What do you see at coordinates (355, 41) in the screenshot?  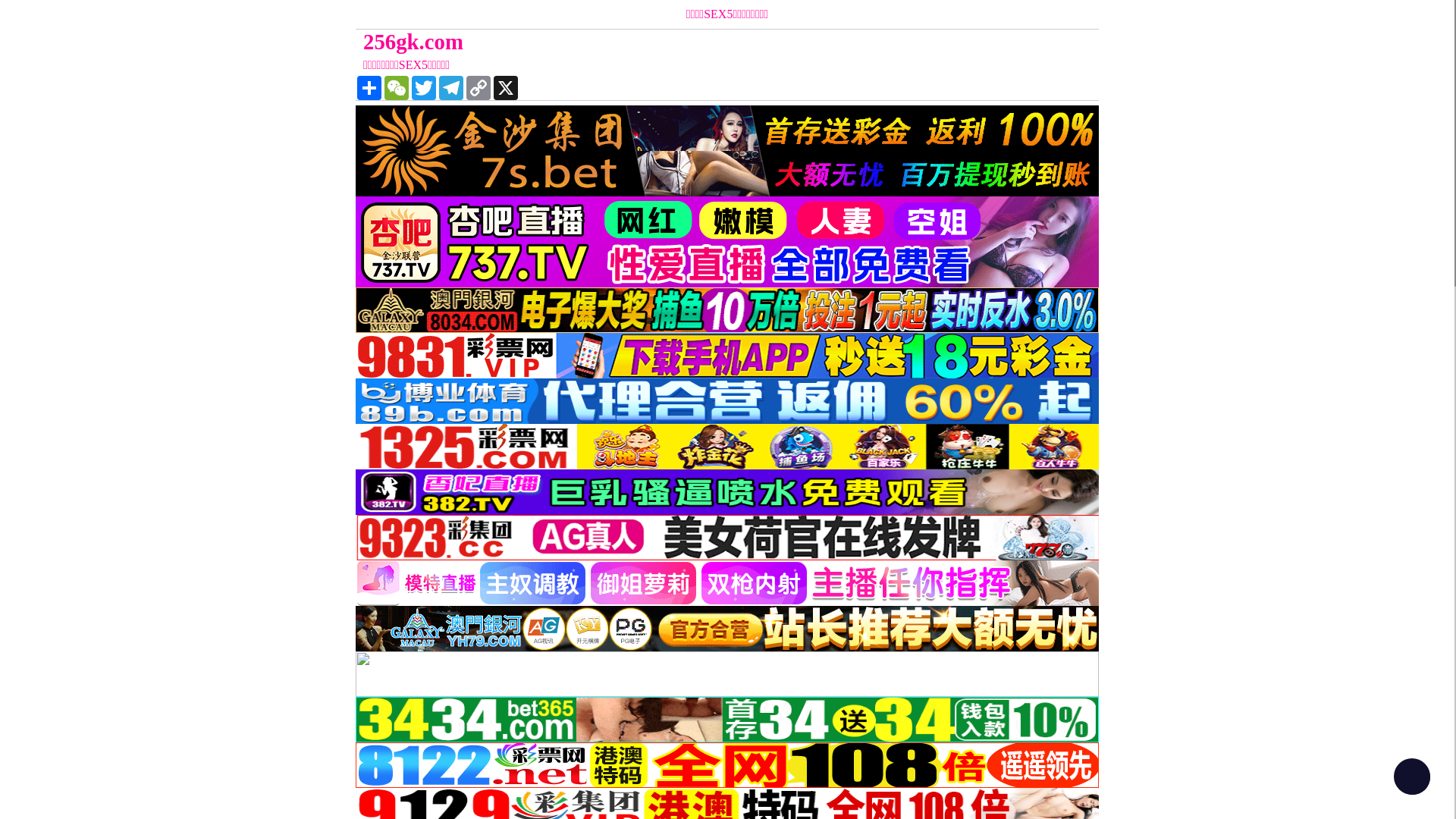 I see `'256gk.com'` at bounding box center [355, 41].